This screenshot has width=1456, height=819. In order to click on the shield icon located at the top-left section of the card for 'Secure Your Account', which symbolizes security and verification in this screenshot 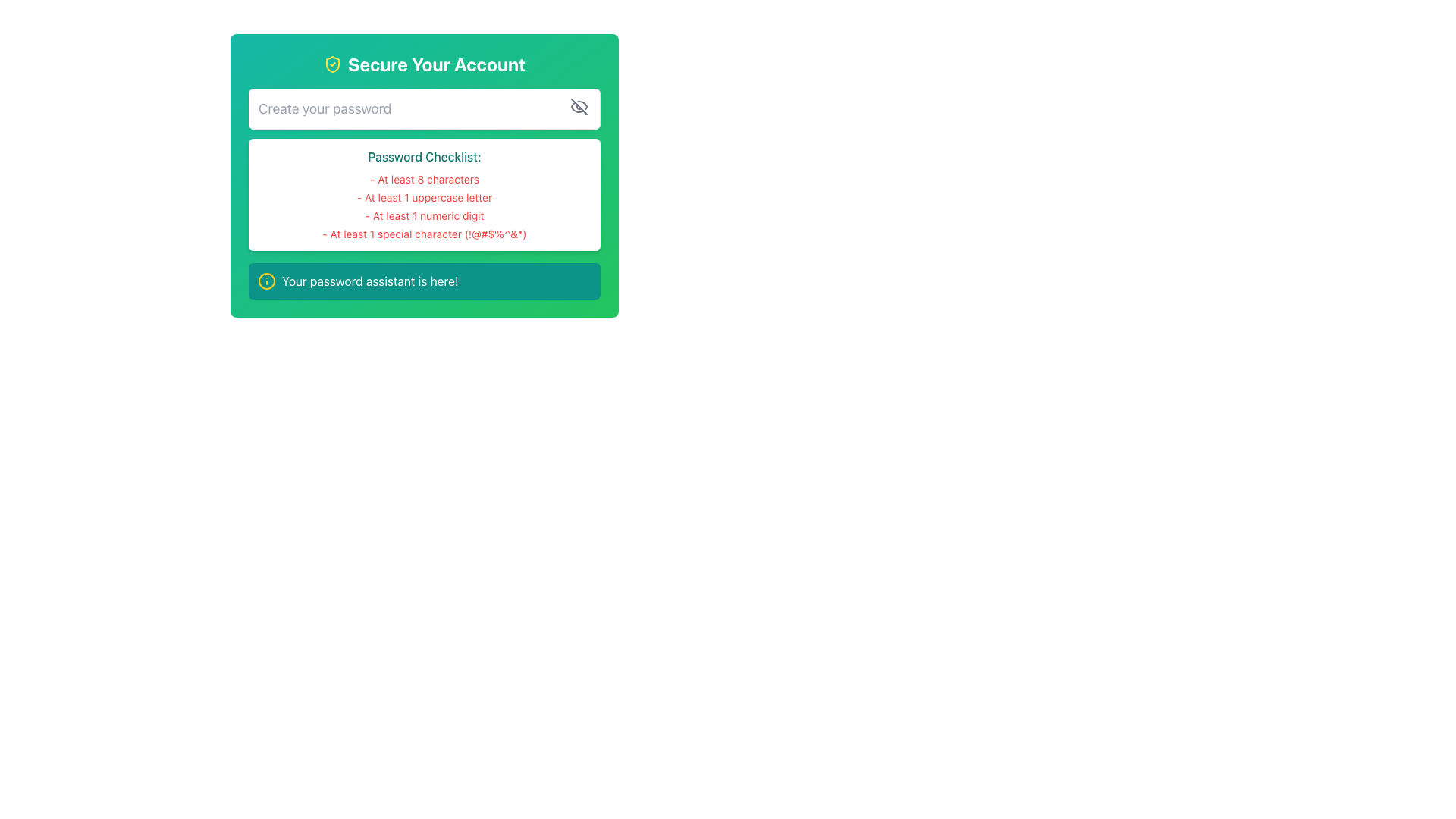, I will do `click(331, 63)`.